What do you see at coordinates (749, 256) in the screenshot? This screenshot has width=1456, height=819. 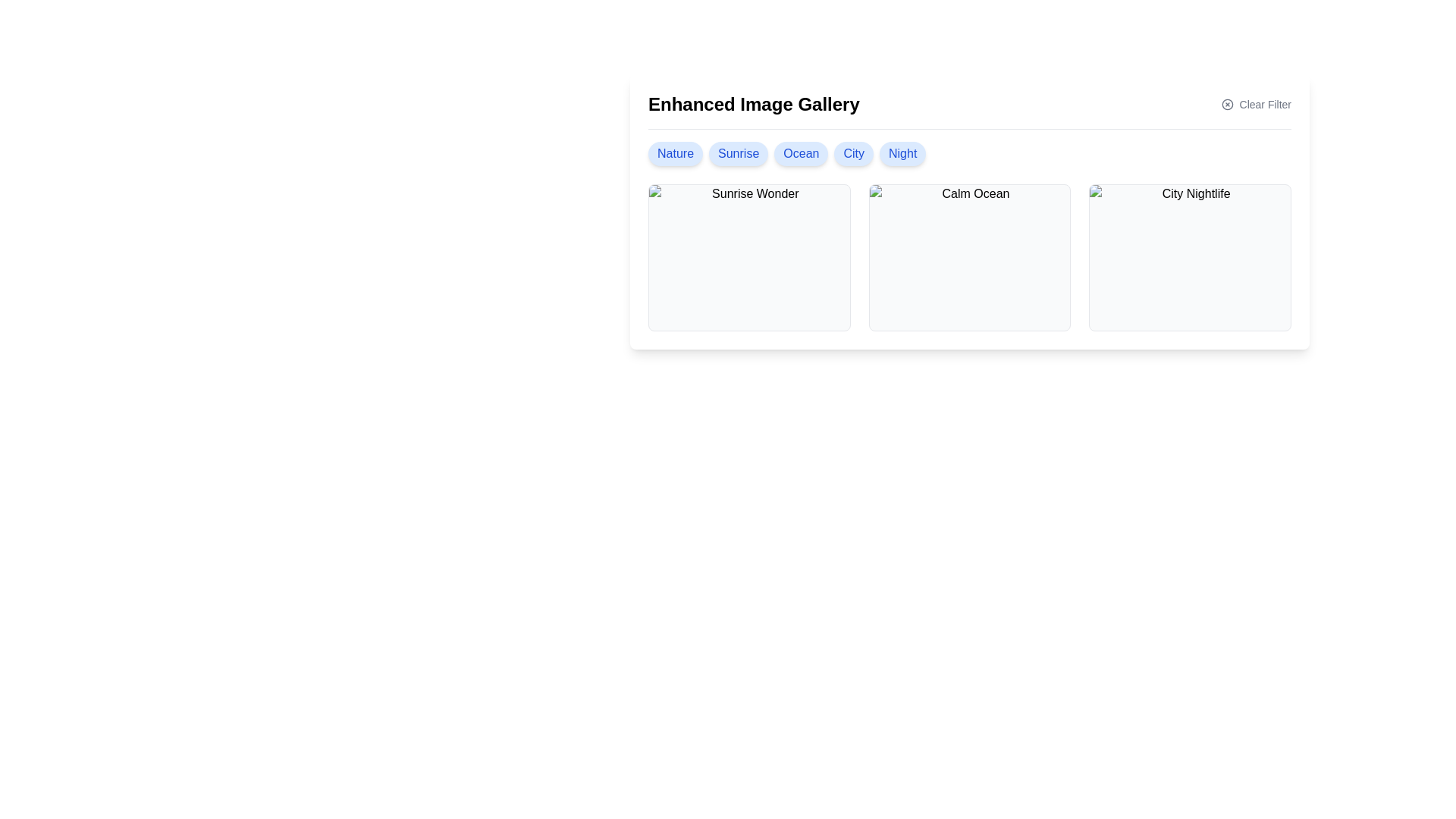 I see `the image titled 'Sunrise Wonder' in the leftmost position of the first row of the gallery by clicking on it` at bounding box center [749, 256].